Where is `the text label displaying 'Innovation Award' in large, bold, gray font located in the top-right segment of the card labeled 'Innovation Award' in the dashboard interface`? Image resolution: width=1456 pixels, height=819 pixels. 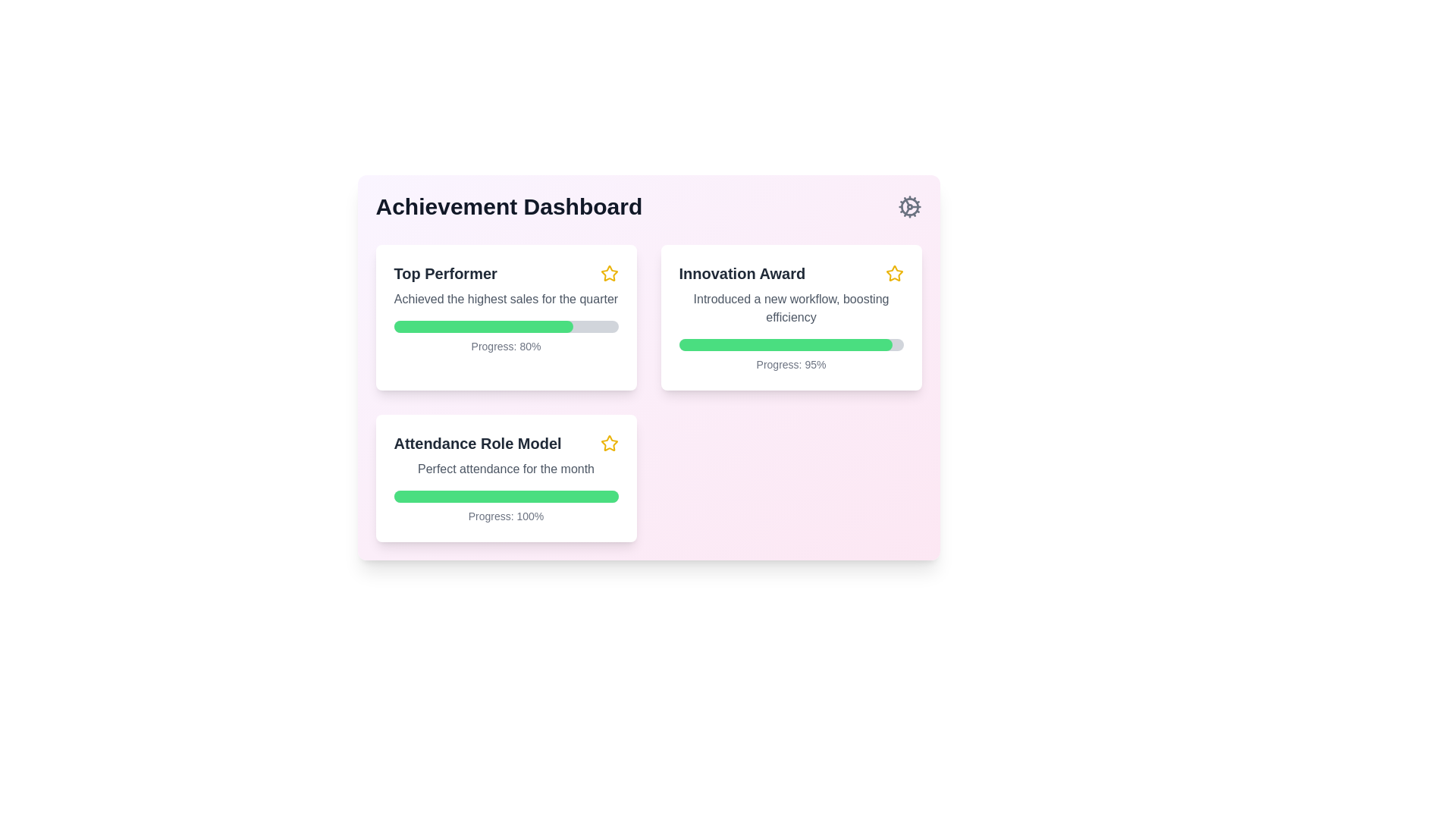 the text label displaying 'Innovation Award' in large, bold, gray font located in the top-right segment of the card labeled 'Innovation Award' in the dashboard interface is located at coordinates (742, 274).